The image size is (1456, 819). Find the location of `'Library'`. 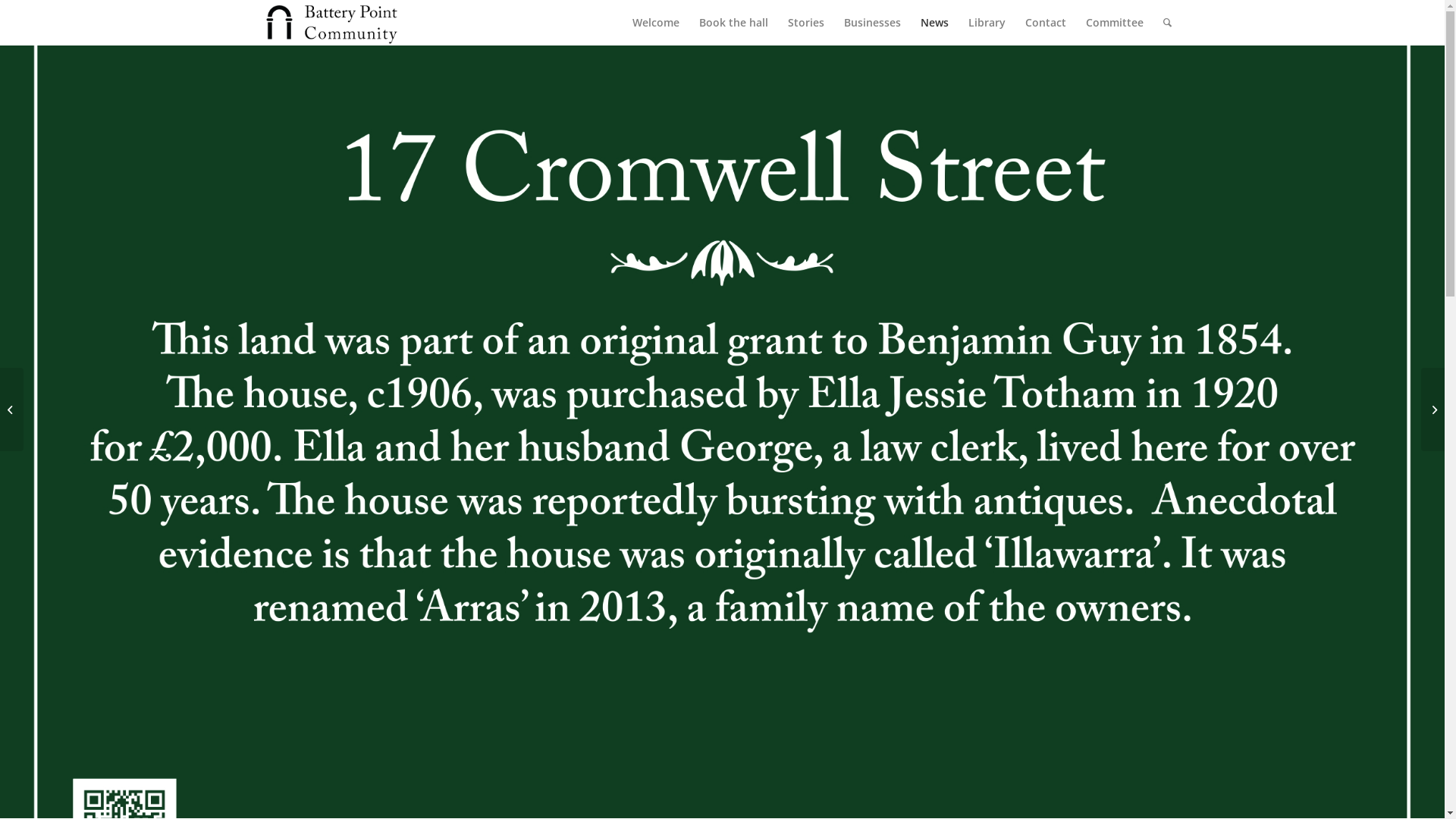

'Library' is located at coordinates (957, 23).